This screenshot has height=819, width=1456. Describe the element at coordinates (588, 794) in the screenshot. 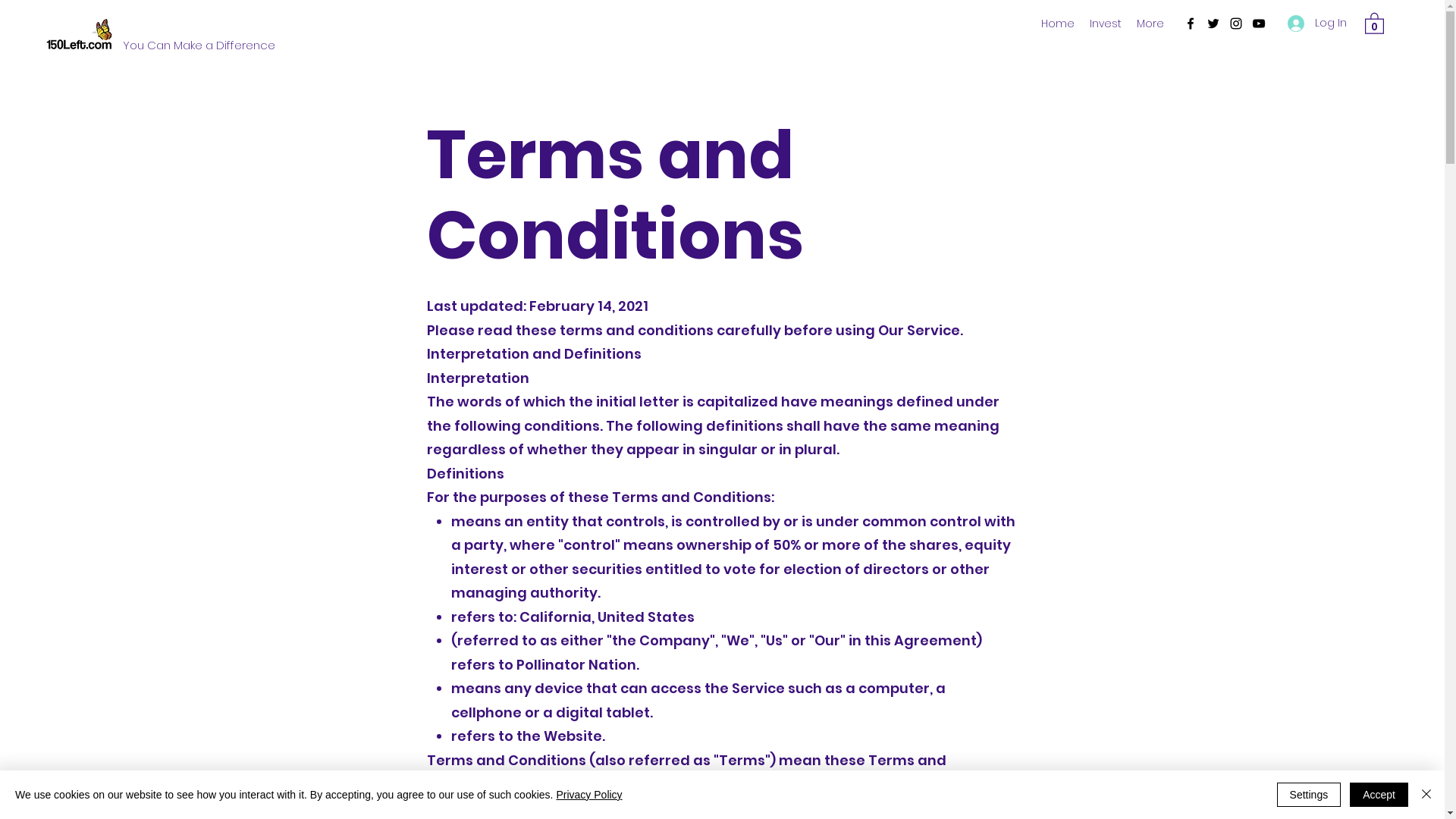

I see `'Privacy Policy'` at that location.